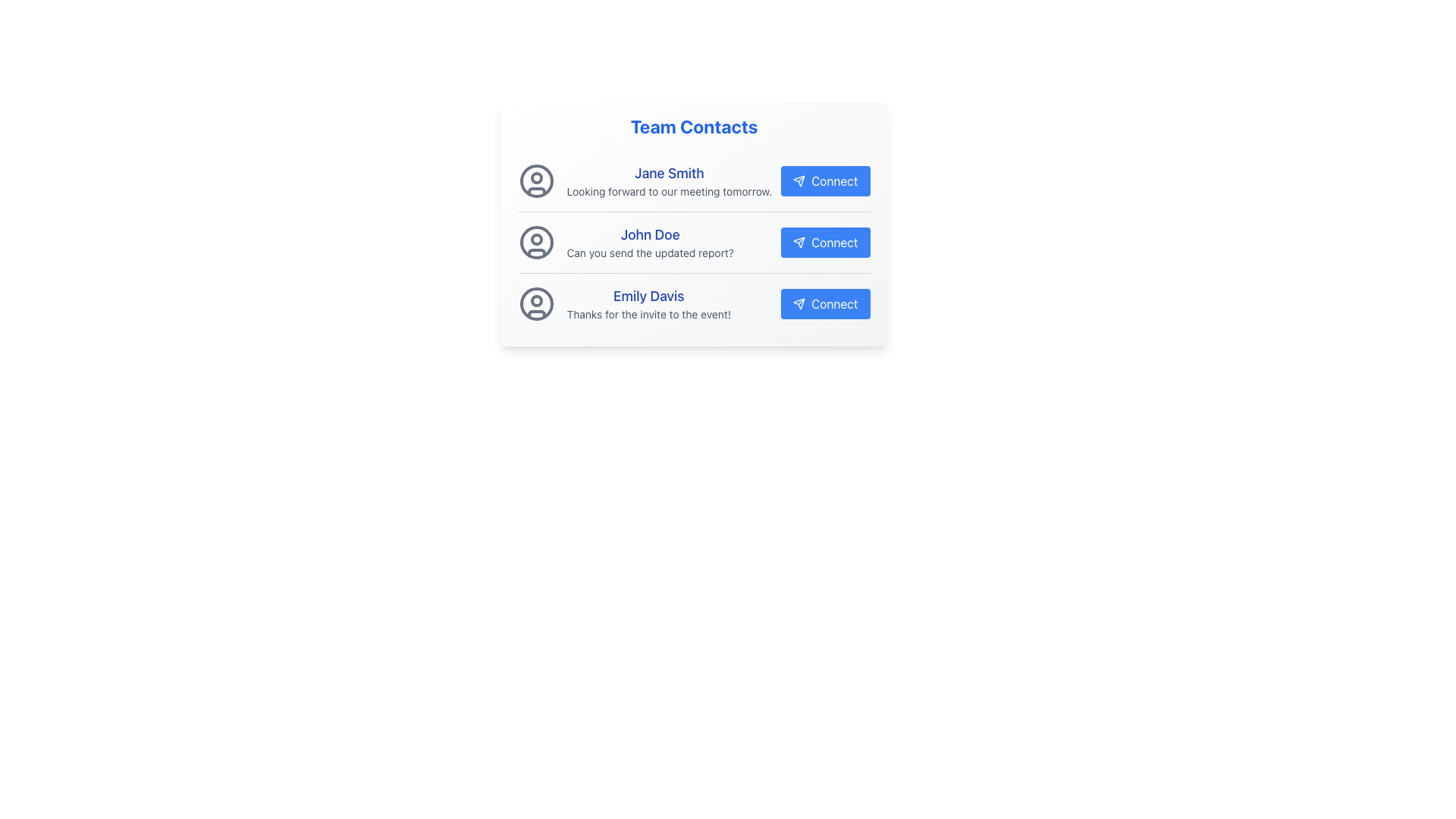 The width and height of the screenshot is (1456, 819). Describe the element at coordinates (668, 191) in the screenshot. I see `the text label that reads 'Looking forward to our meeting tomorrow.' which is styled in gray and located below the name 'Jane Smith' in the 'Team Contacts' section` at that location.